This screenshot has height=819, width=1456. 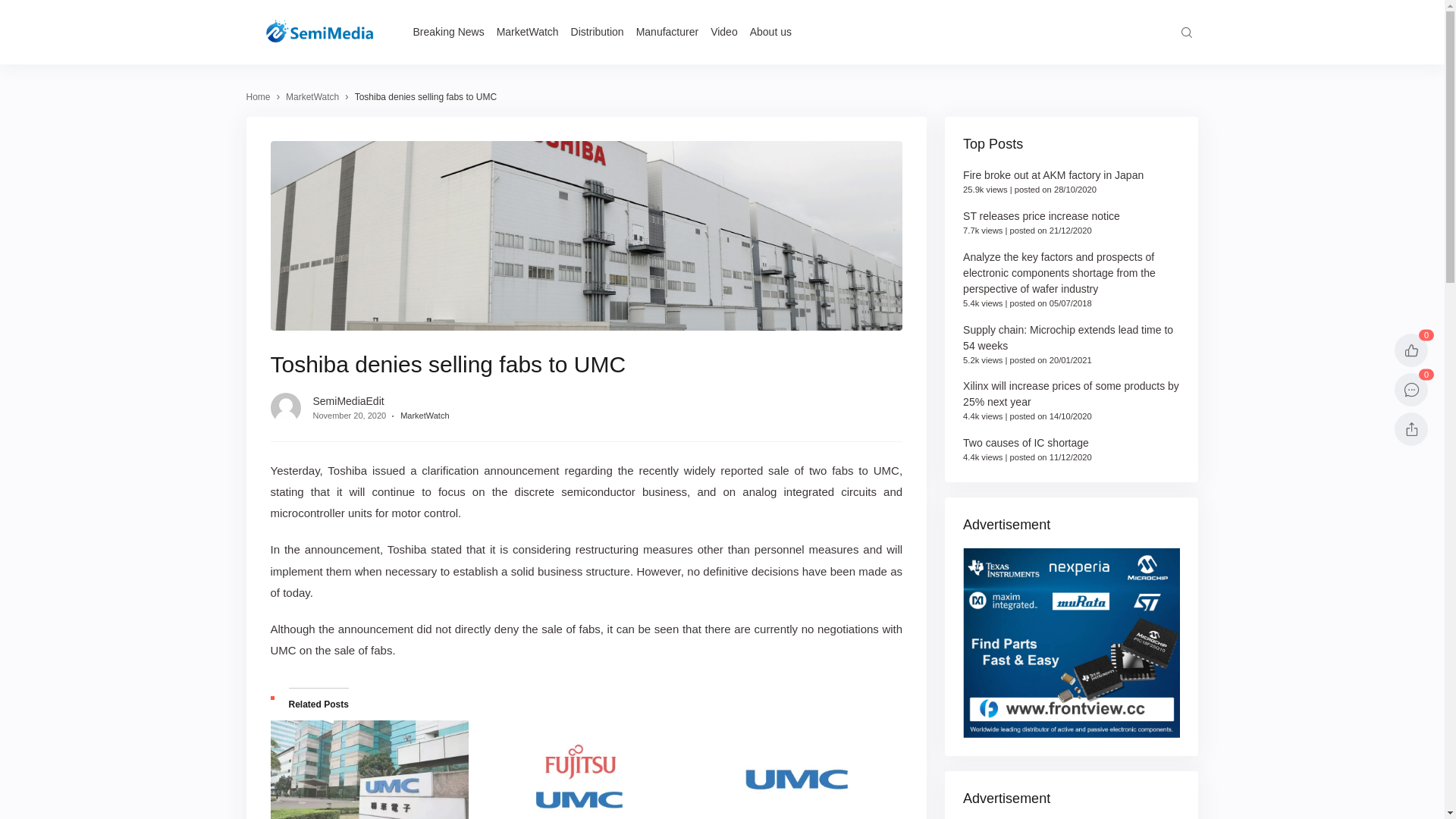 I want to click on 'Fire broke out at AKM factory in Japan', so click(x=962, y=174).